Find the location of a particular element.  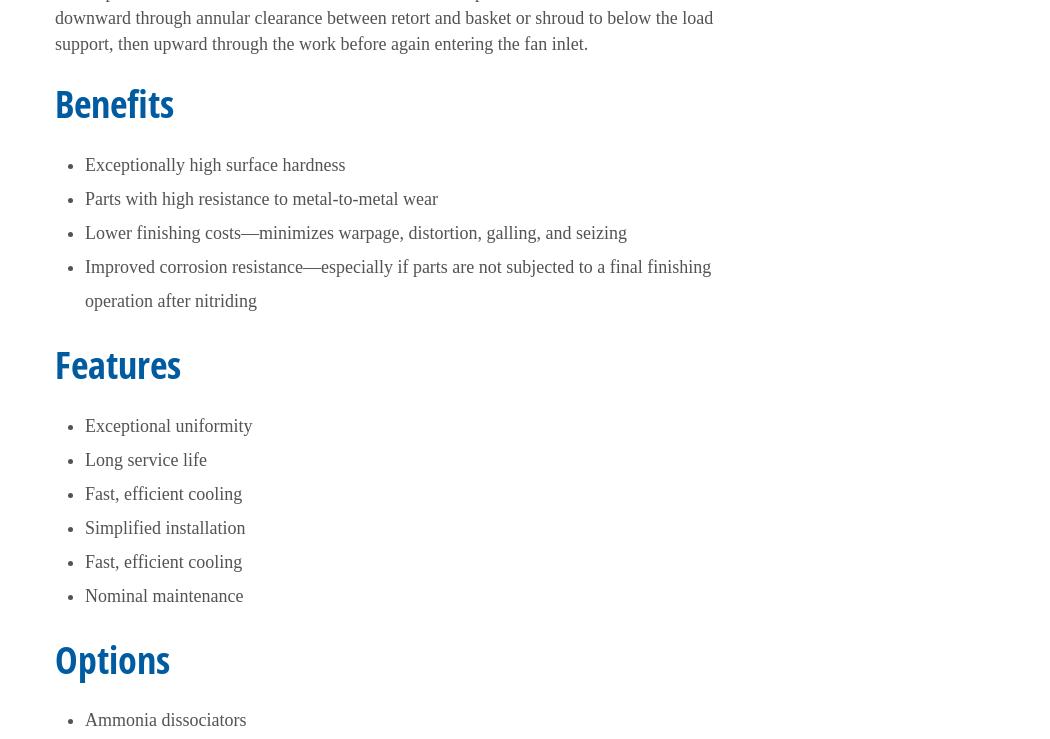

'Nominal maintenance' is located at coordinates (164, 594).